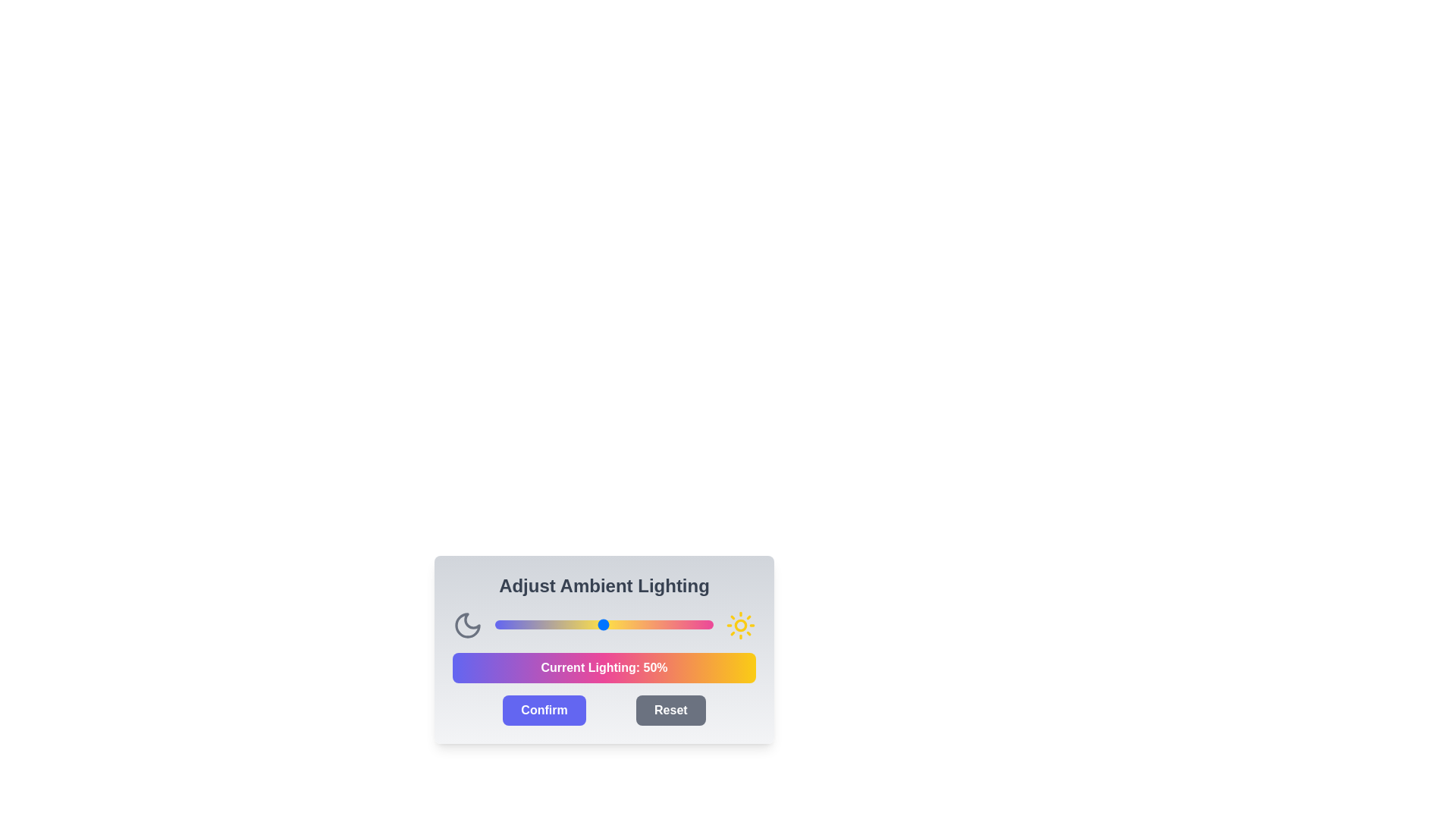 The image size is (1456, 819). I want to click on the 'Confirm' button, so click(544, 711).